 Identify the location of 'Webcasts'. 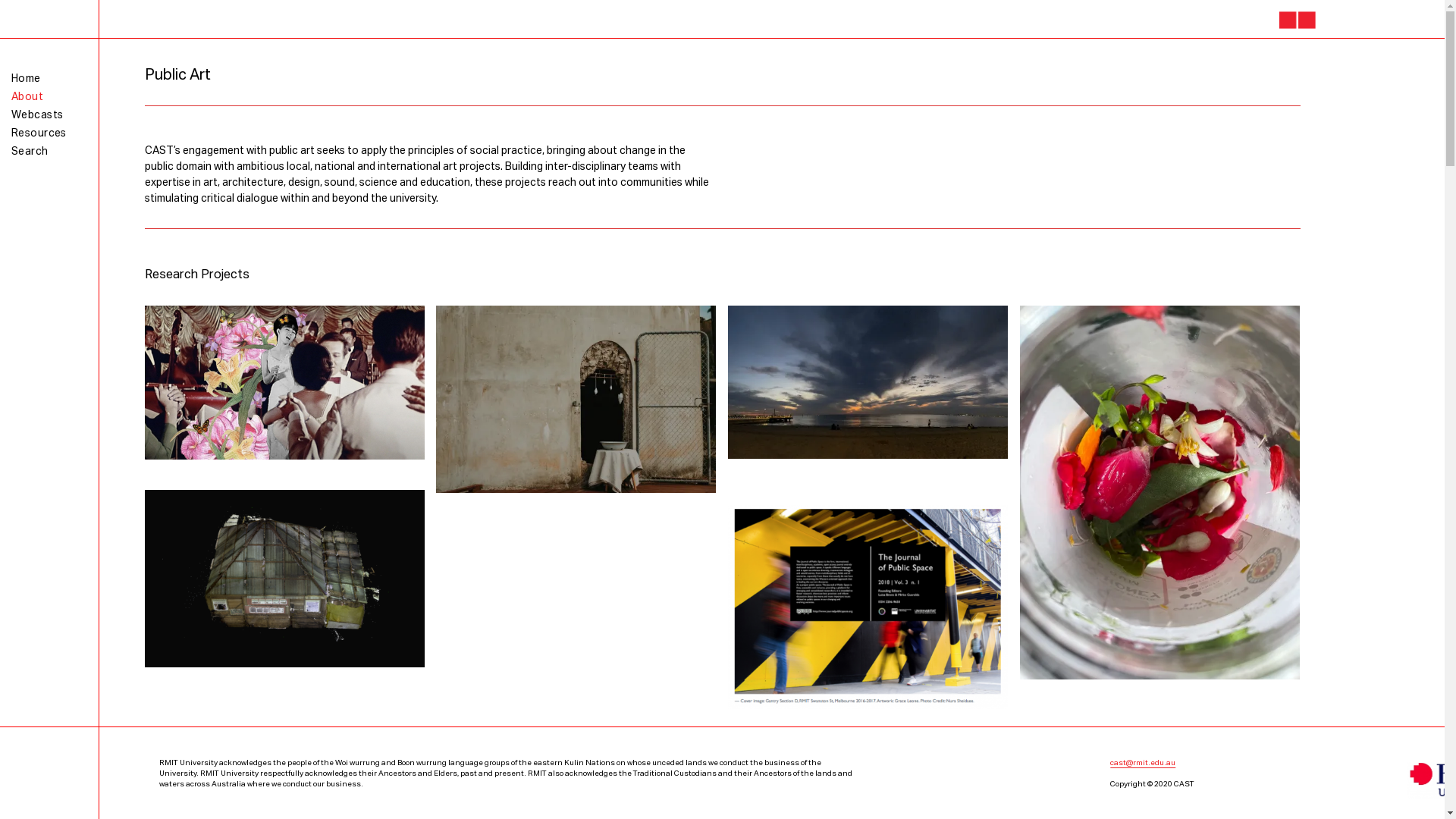
(11, 114).